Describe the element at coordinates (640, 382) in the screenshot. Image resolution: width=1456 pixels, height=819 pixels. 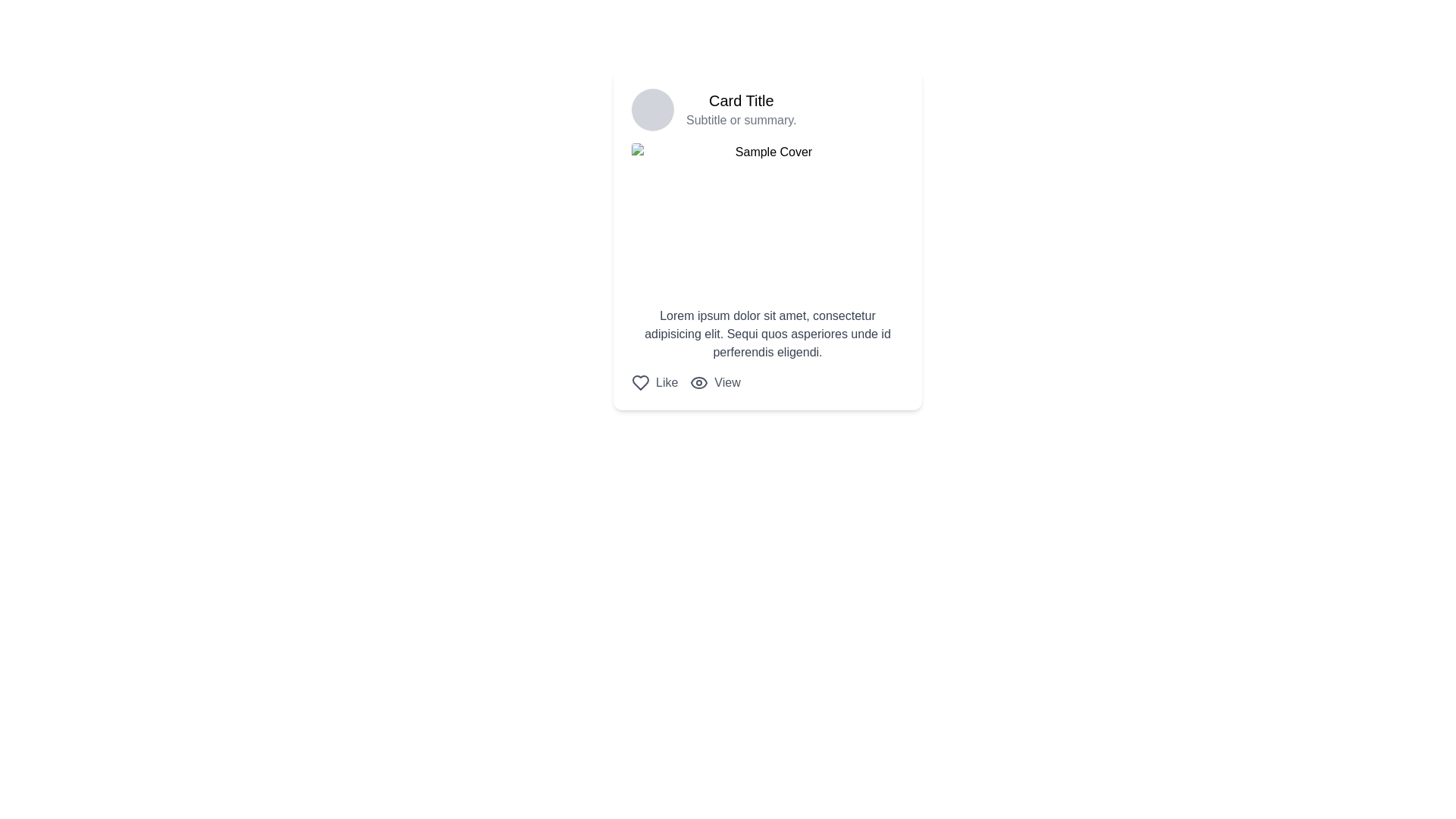
I see `the 'like' icon located to the left of the text 'Like' at the bottom-left corner of the card layout` at that location.